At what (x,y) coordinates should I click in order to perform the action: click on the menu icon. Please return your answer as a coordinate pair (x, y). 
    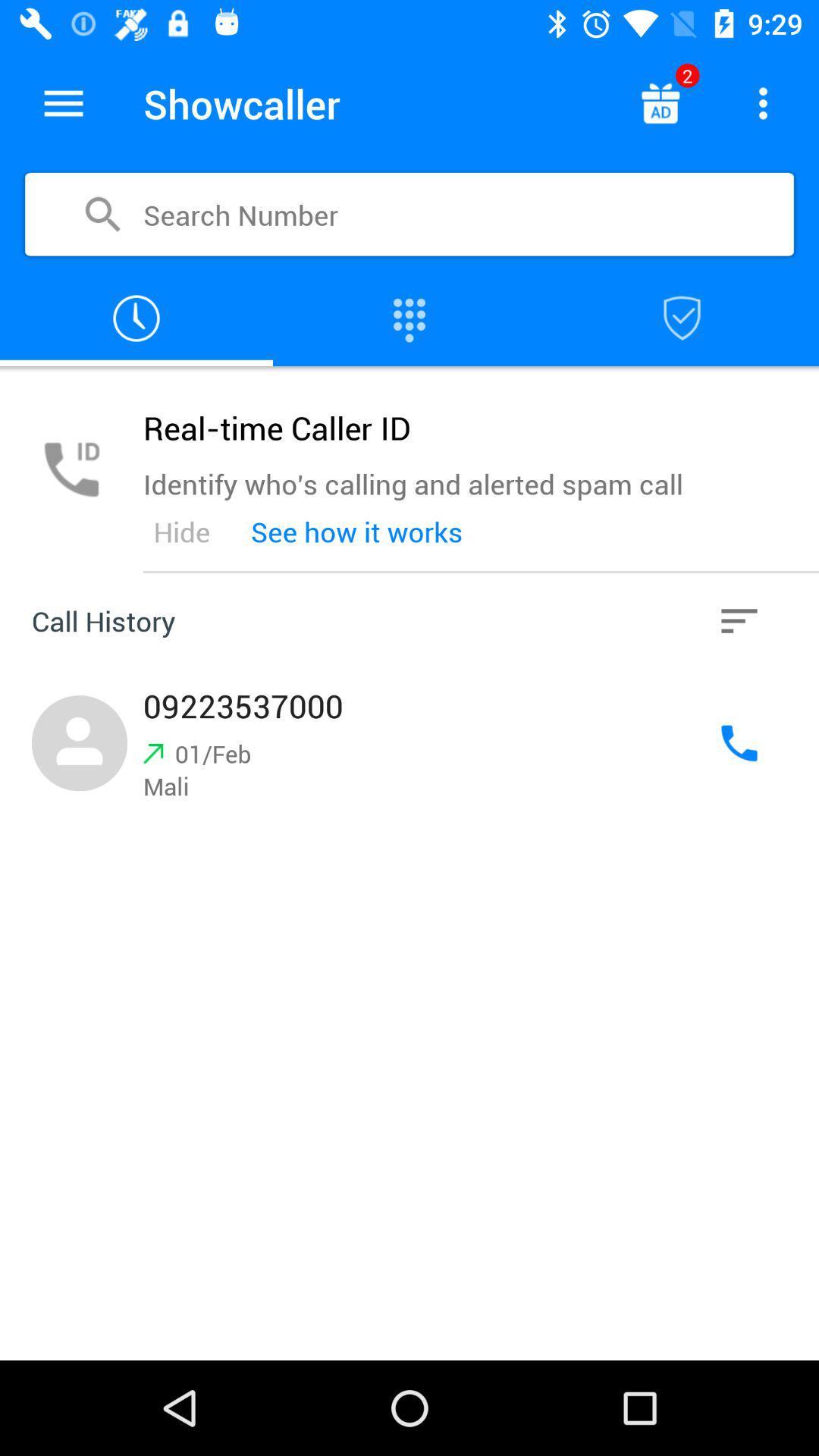
    Looking at the image, I should click on (63, 102).